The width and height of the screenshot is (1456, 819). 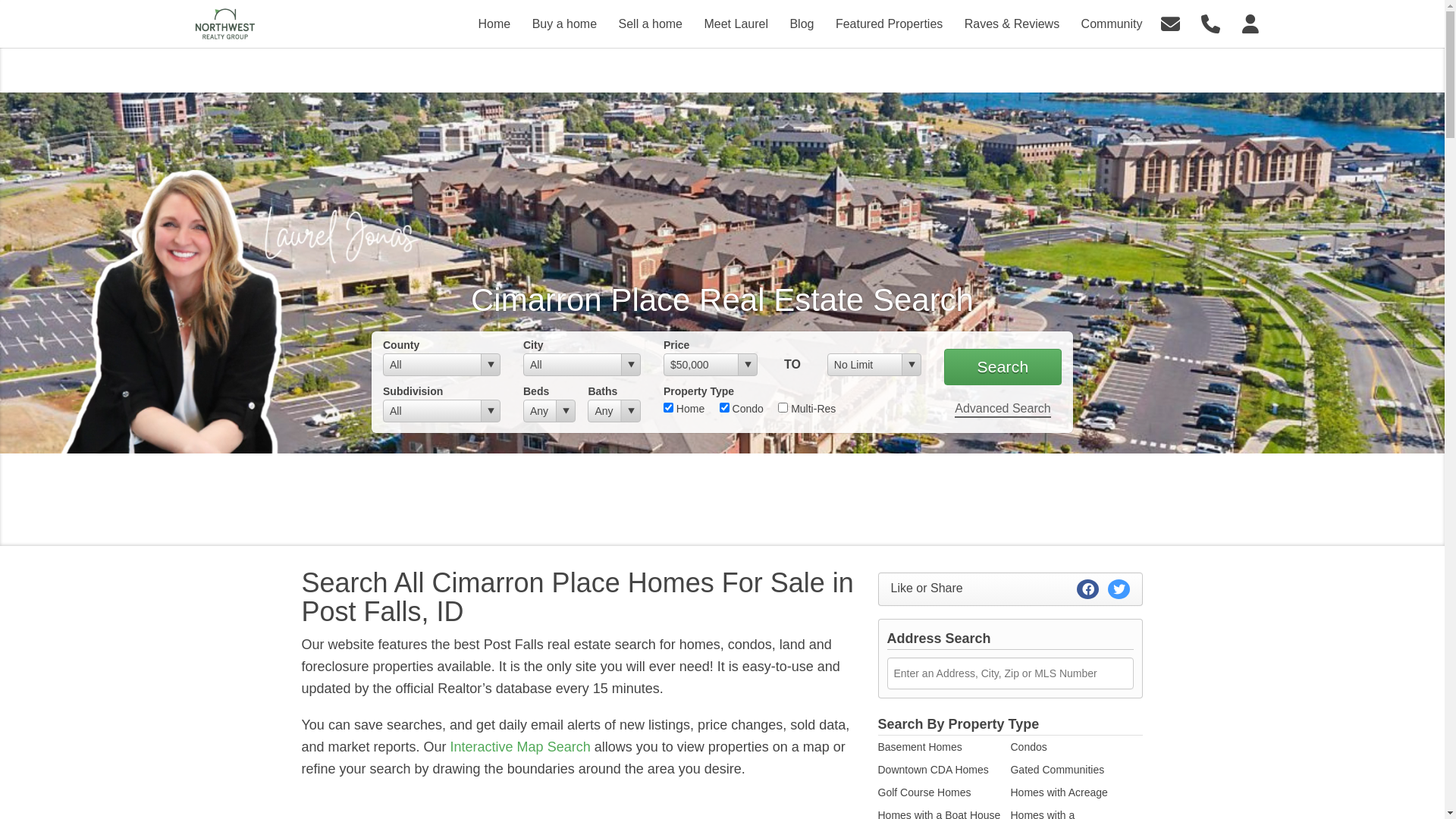 I want to click on 'Home', so click(x=494, y=24).